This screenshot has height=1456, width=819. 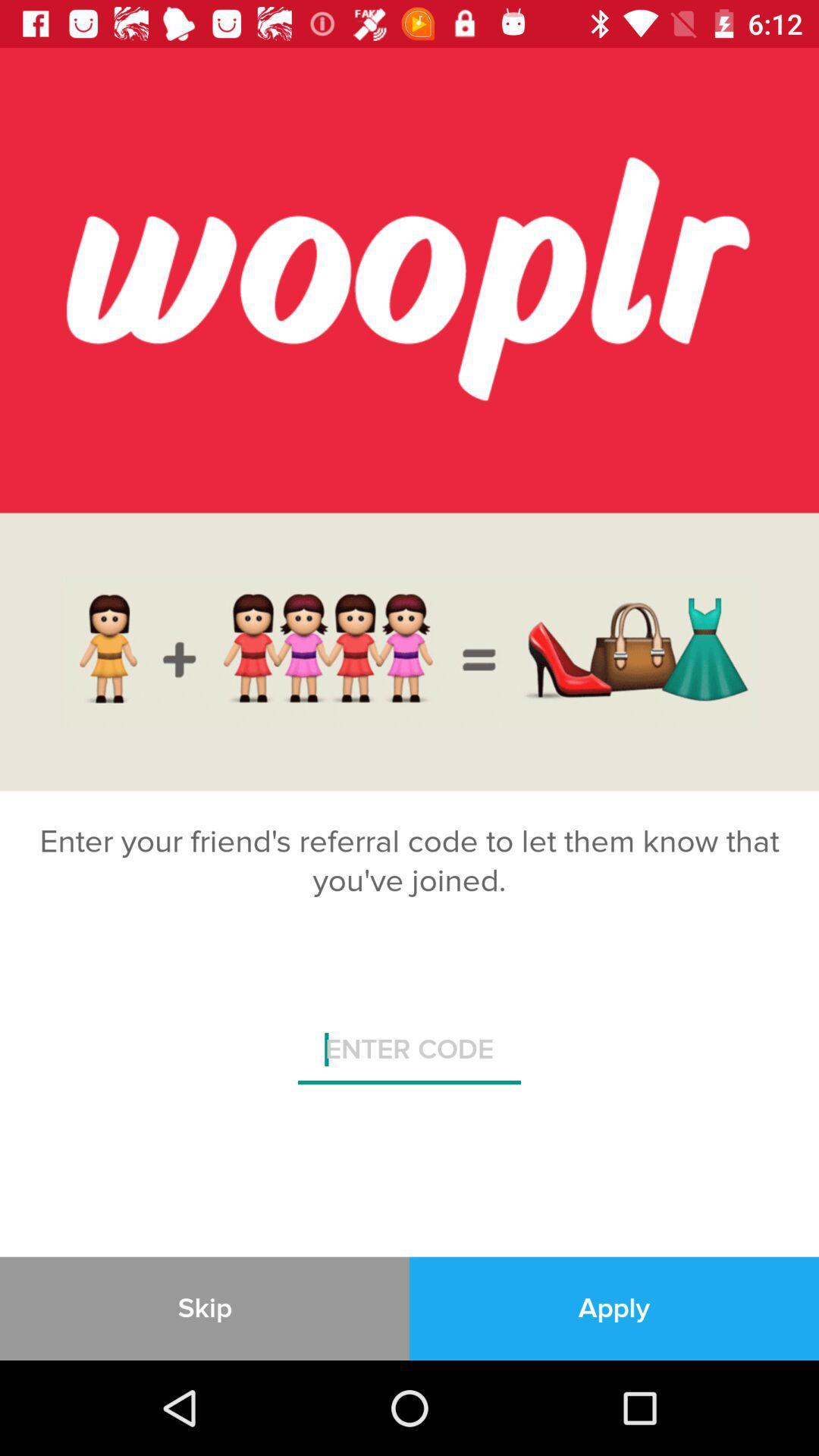 What do you see at coordinates (409, 1055) in the screenshot?
I see `type code` at bounding box center [409, 1055].